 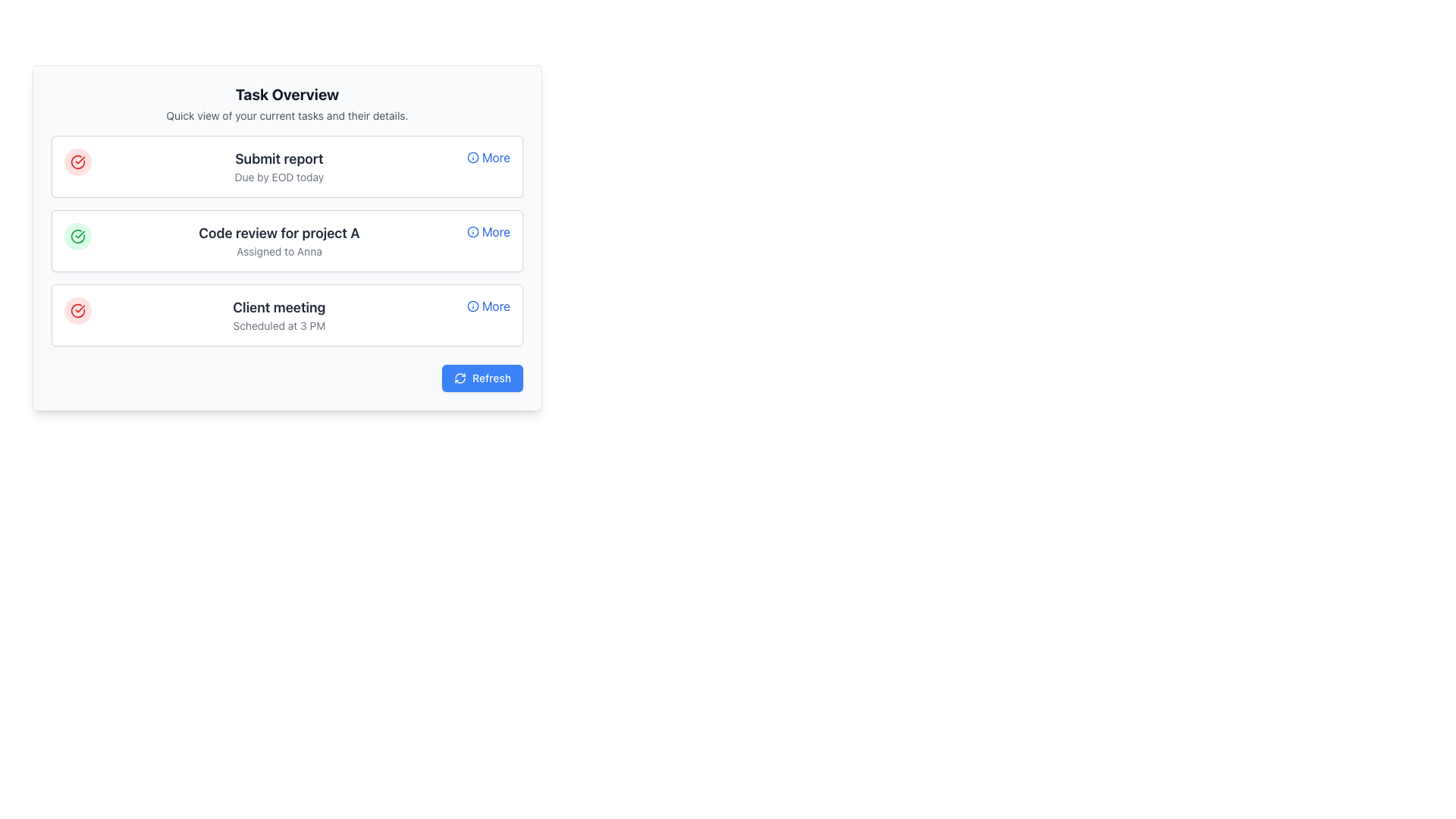 I want to click on the button located in the upper right corner of the 'Submit report' task group, so click(x=488, y=158).